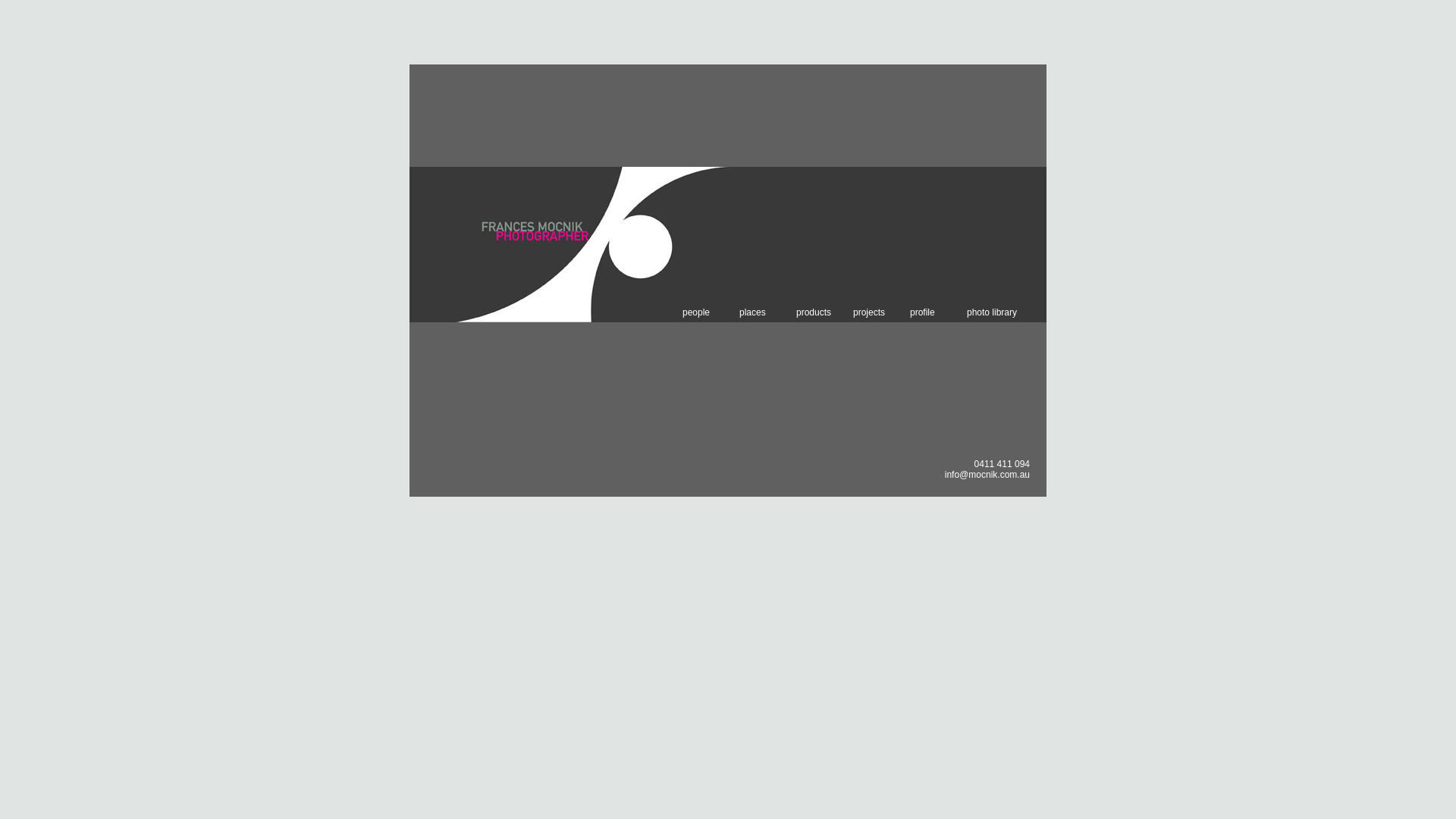 The width and height of the screenshot is (1456, 819). I want to click on 'places', so click(739, 312).